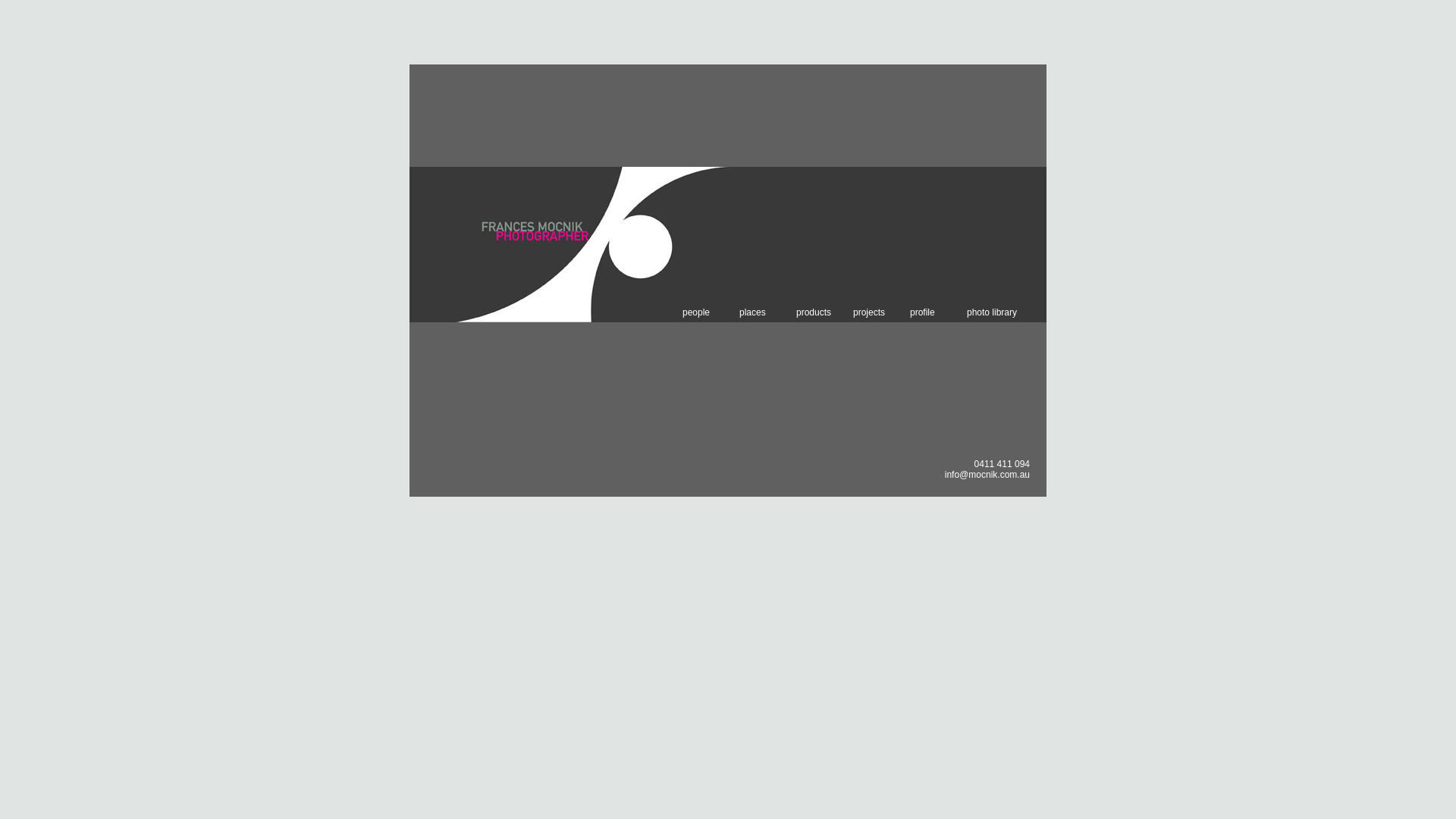 The width and height of the screenshot is (1456, 819). I want to click on 'places', so click(739, 312).